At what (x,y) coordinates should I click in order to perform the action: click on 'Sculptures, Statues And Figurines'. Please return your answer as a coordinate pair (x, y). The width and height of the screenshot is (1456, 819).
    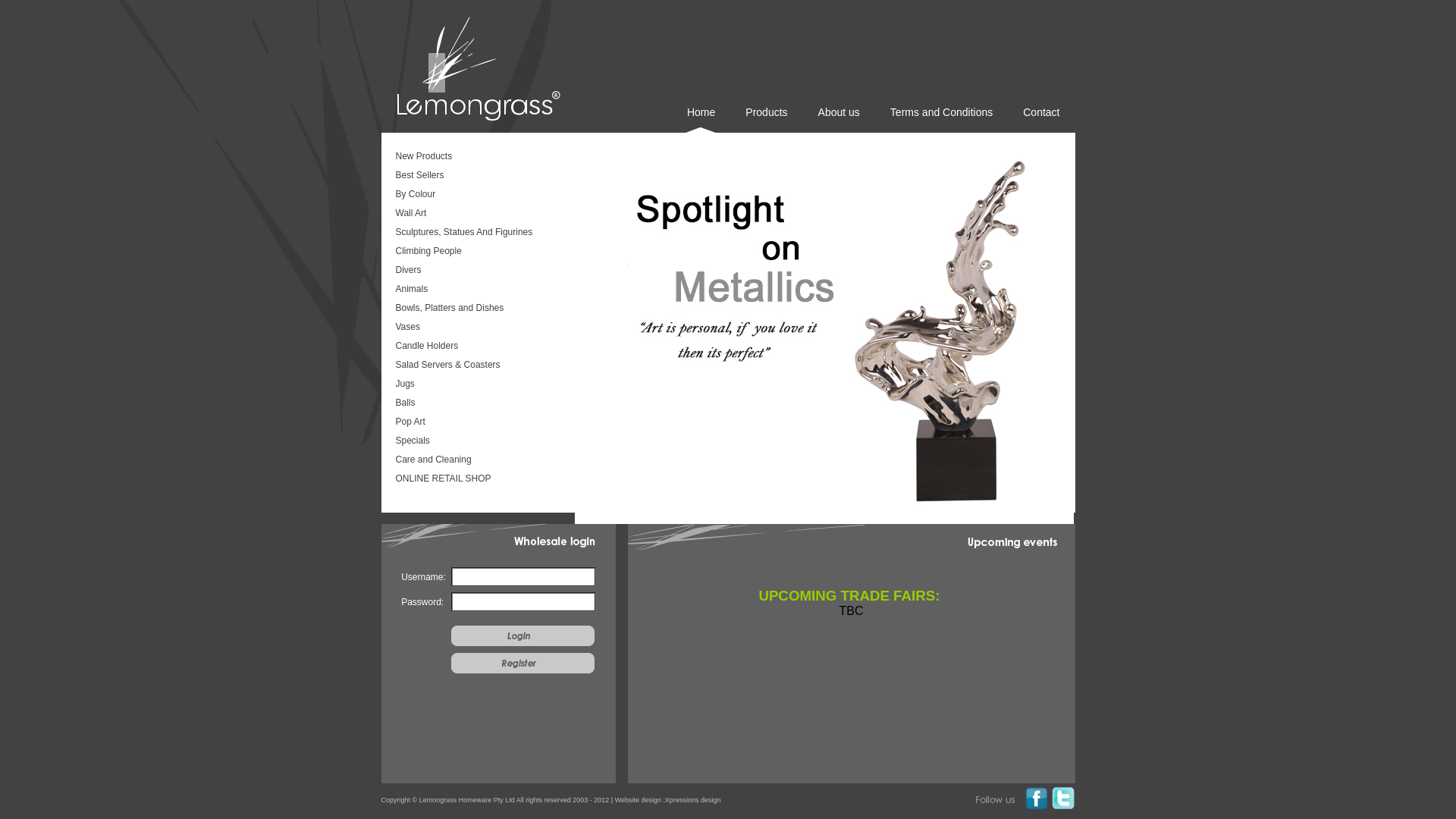
    Looking at the image, I should click on (475, 234).